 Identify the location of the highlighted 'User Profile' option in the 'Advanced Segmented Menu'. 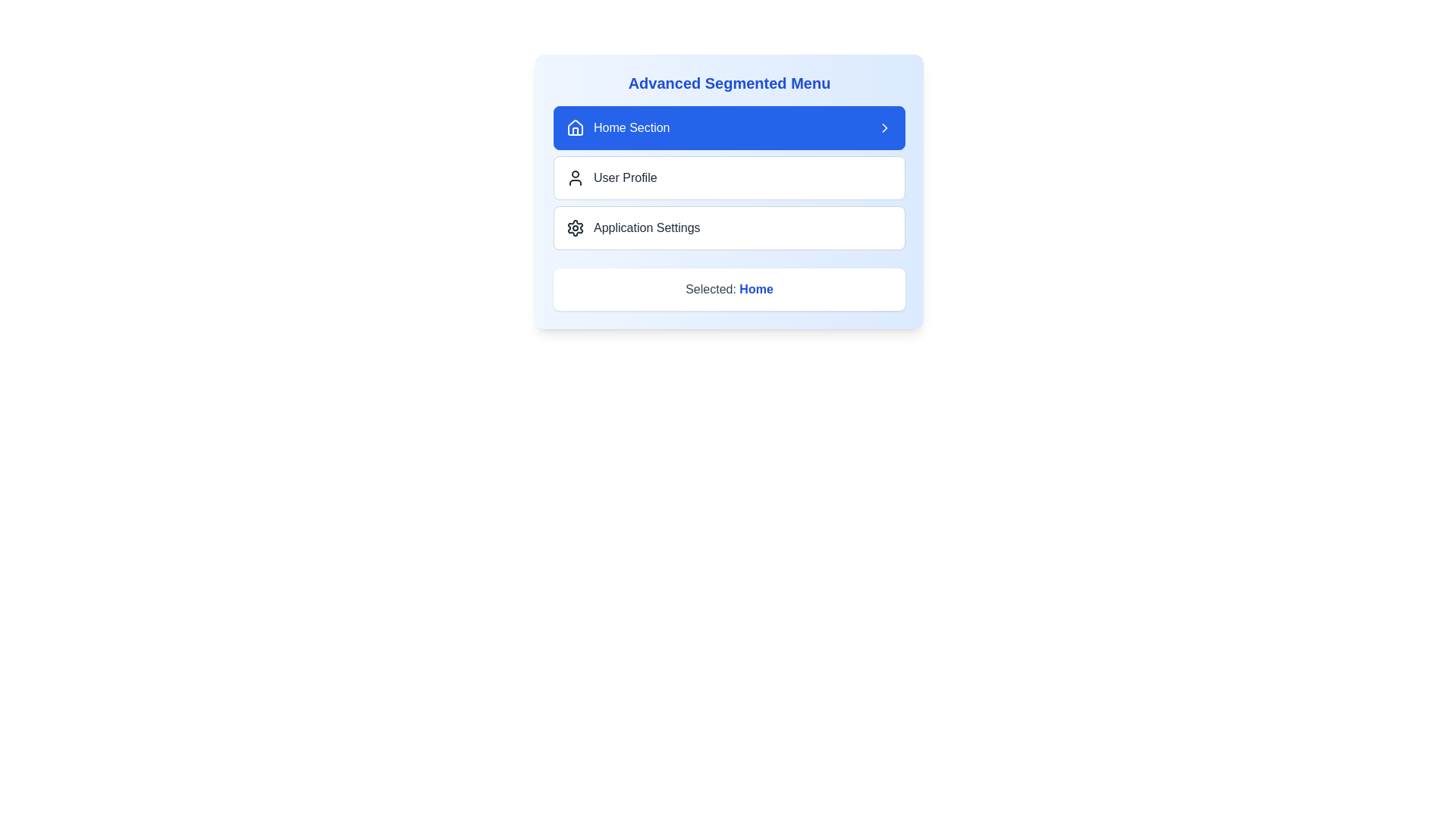
(729, 191).